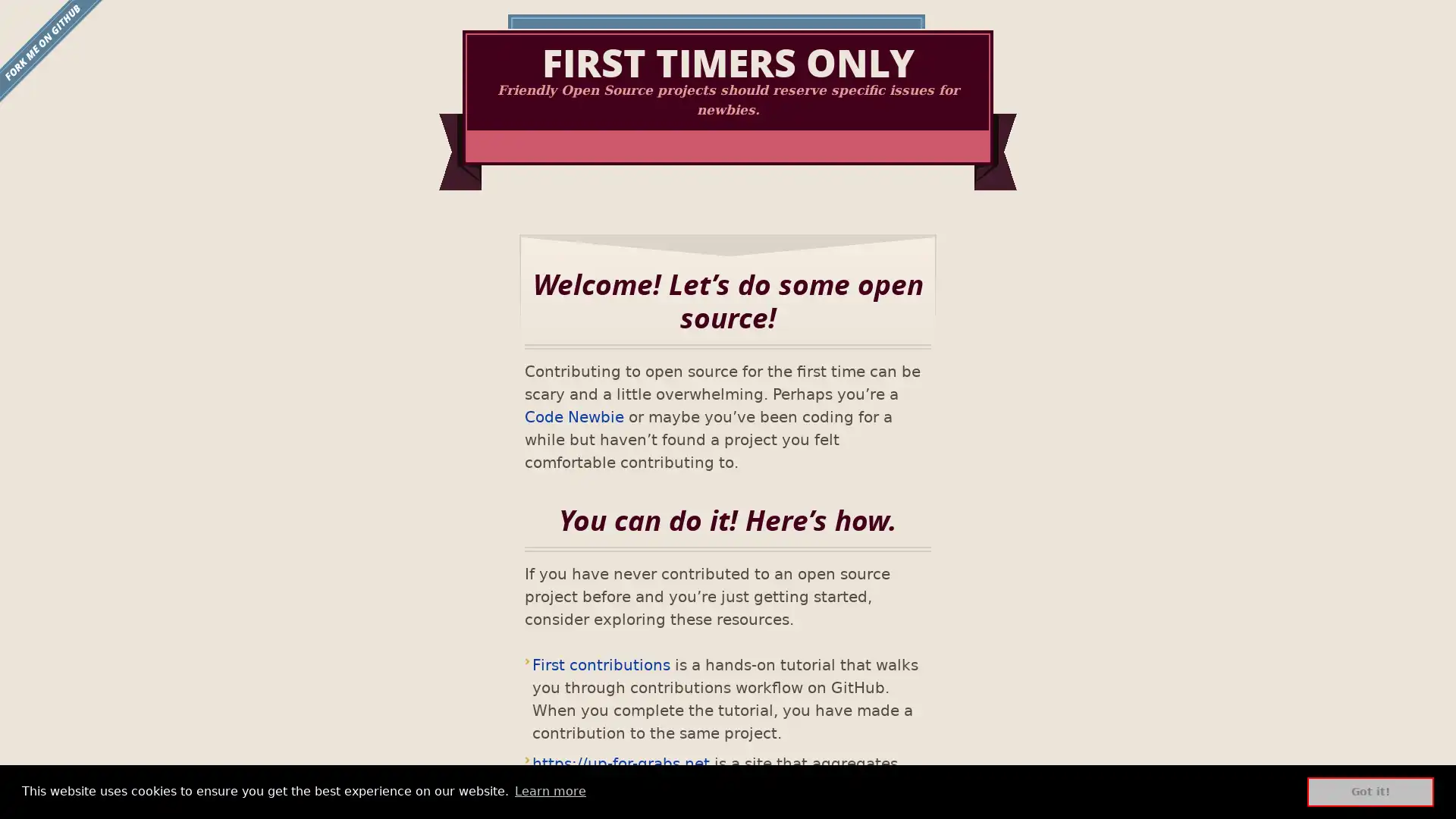 Image resolution: width=1456 pixels, height=819 pixels. What do you see at coordinates (549, 791) in the screenshot?
I see `learn more about cookies` at bounding box center [549, 791].